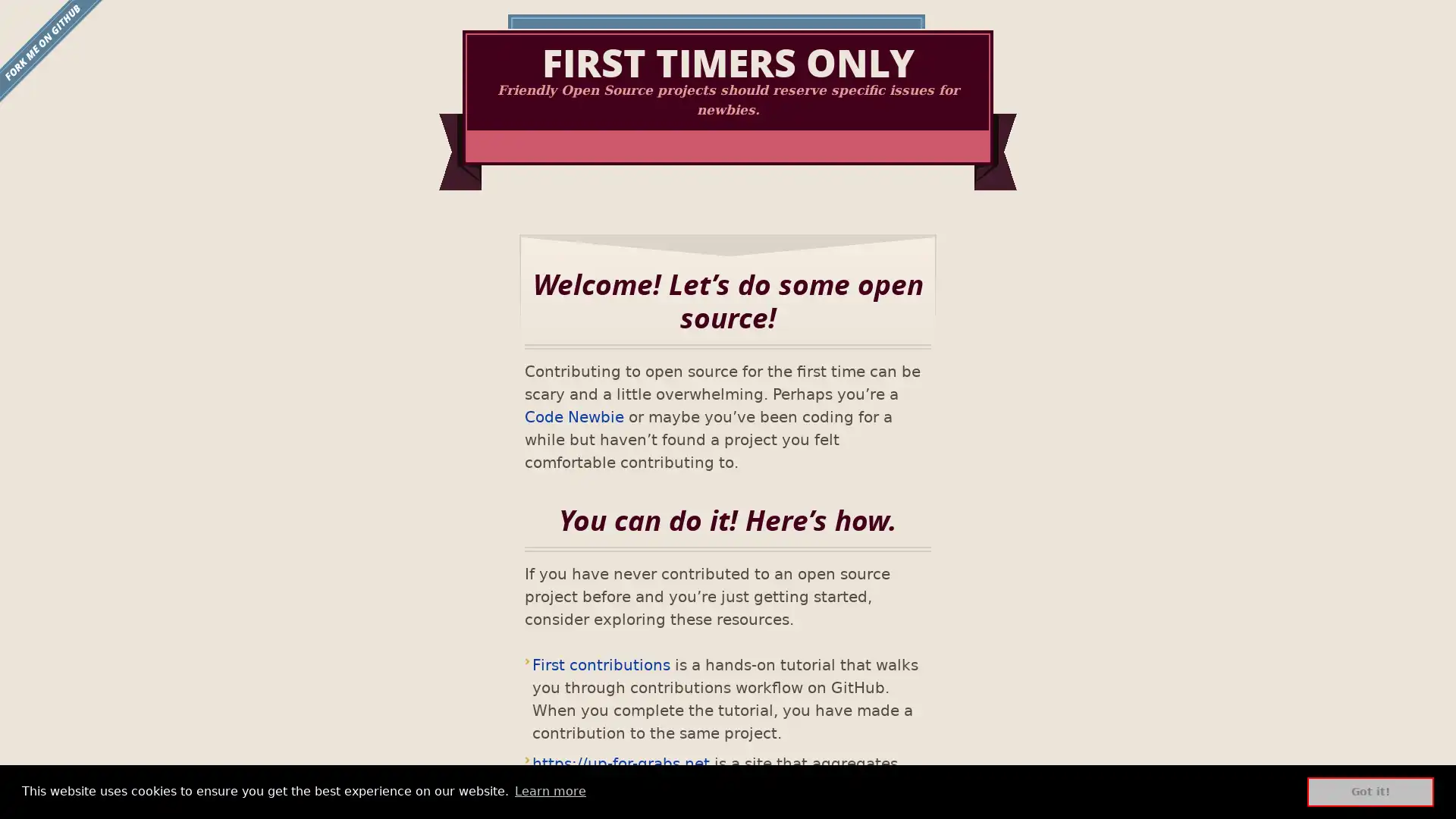 Image resolution: width=1456 pixels, height=819 pixels. What do you see at coordinates (549, 791) in the screenshot?
I see `learn more about cookies` at bounding box center [549, 791].